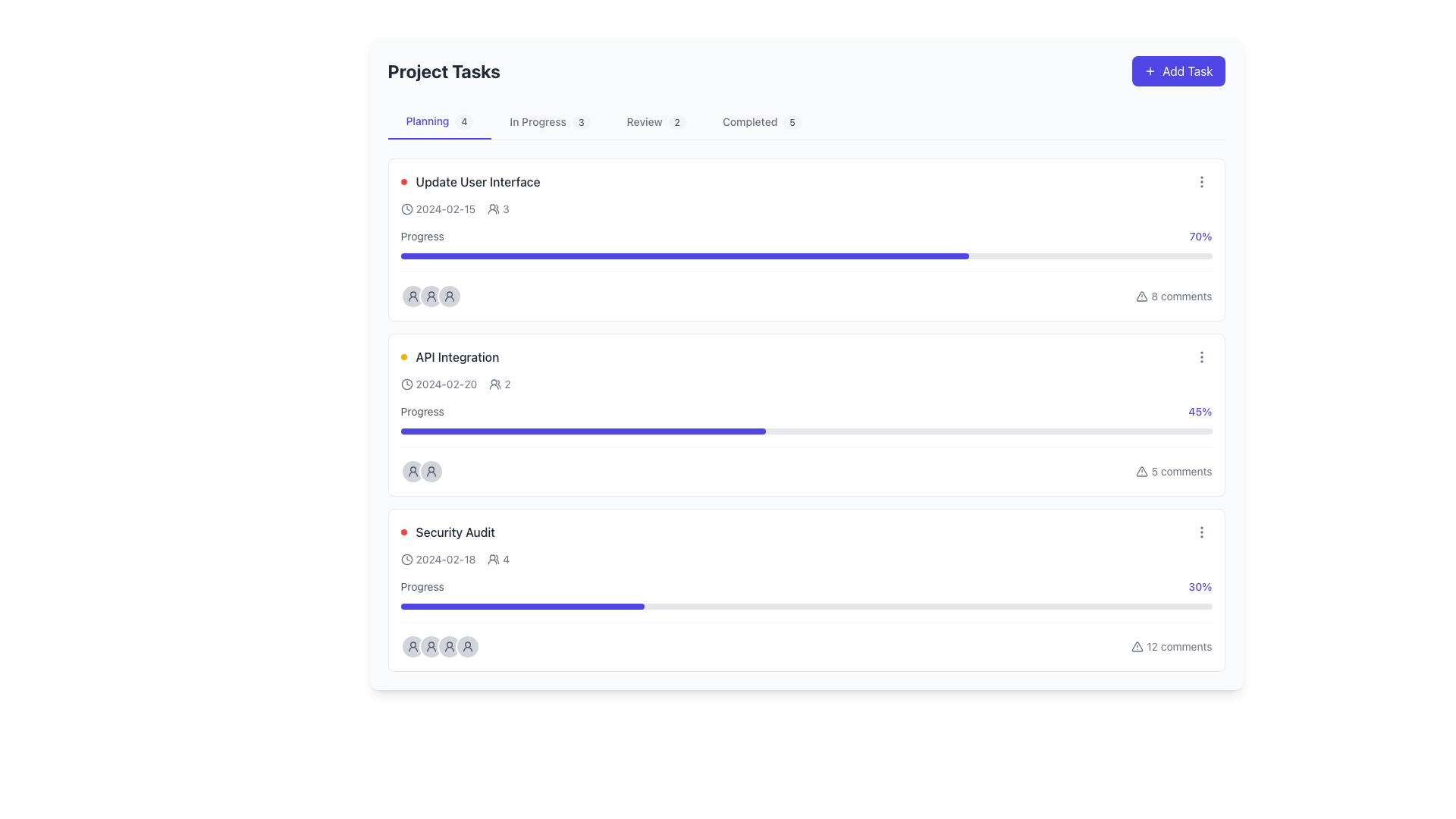 Image resolution: width=1456 pixels, height=819 pixels. I want to click on the static text displaying the percentage value, which is located at the far-right side of the task card, aligned with the 'Progress' text and the progress bar, so click(1200, 586).